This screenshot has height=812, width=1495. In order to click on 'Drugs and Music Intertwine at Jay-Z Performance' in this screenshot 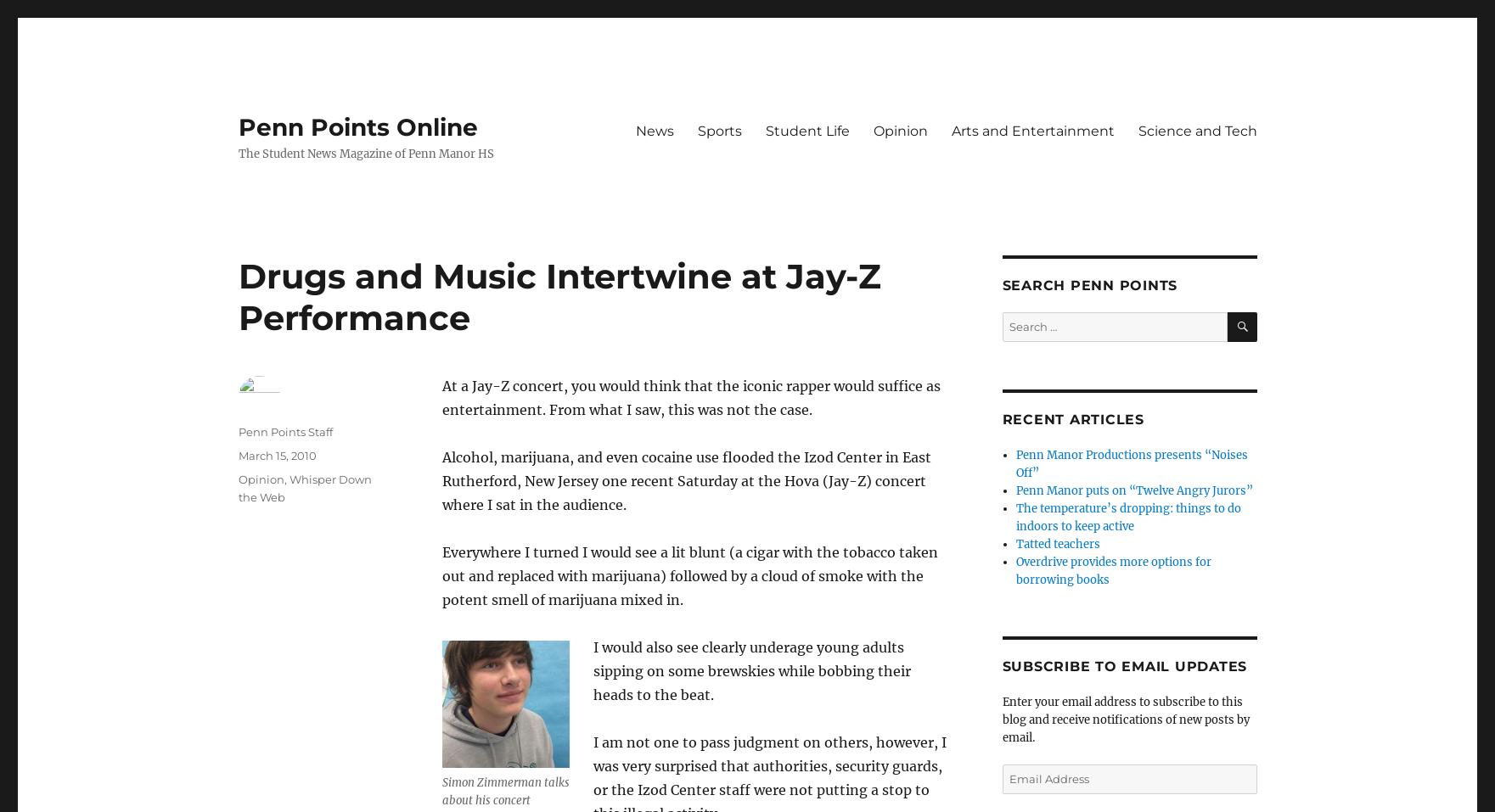, I will do `click(559, 296)`.